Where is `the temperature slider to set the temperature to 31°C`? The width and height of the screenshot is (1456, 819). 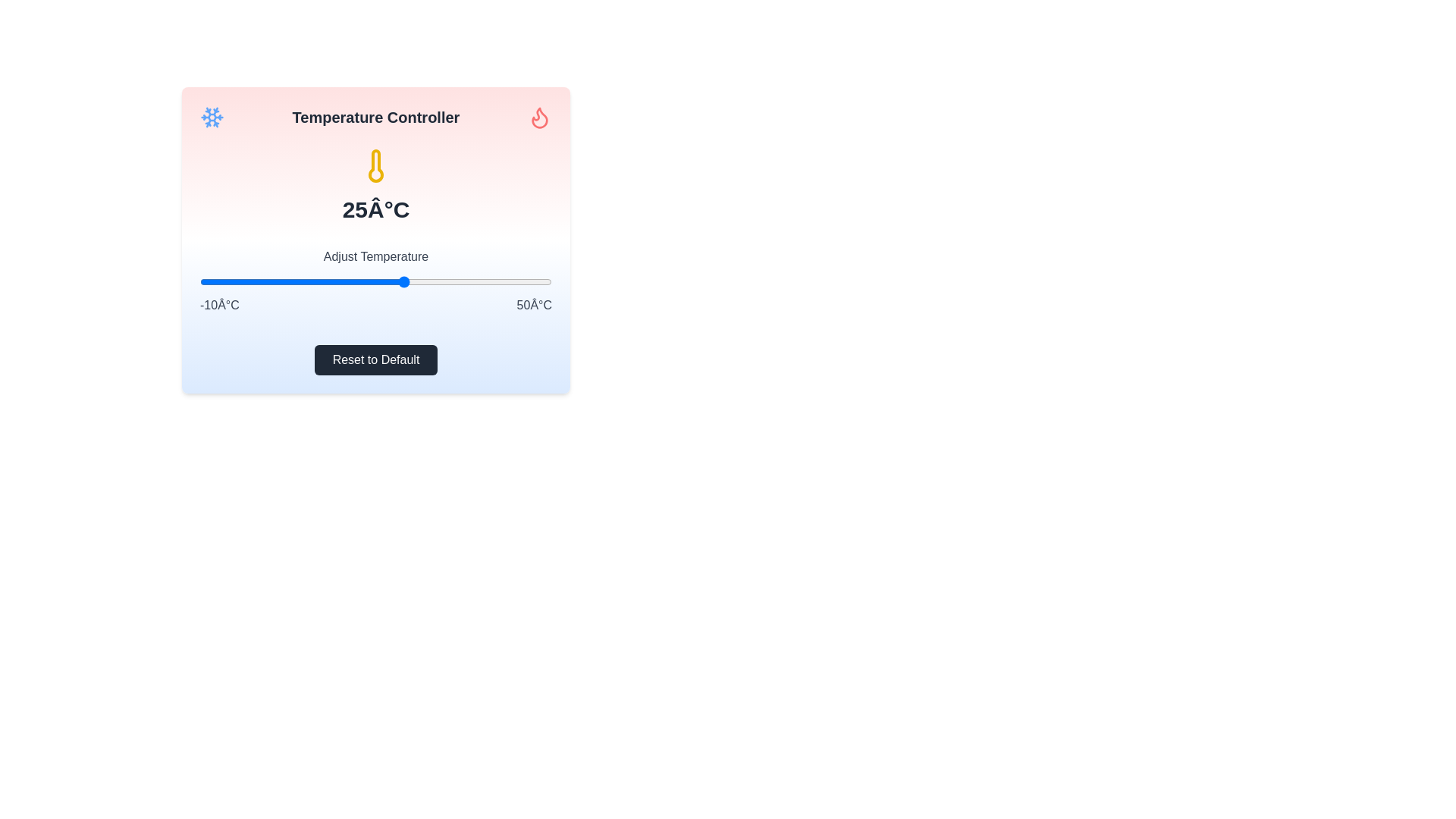 the temperature slider to set the temperature to 31°C is located at coordinates (439, 281).